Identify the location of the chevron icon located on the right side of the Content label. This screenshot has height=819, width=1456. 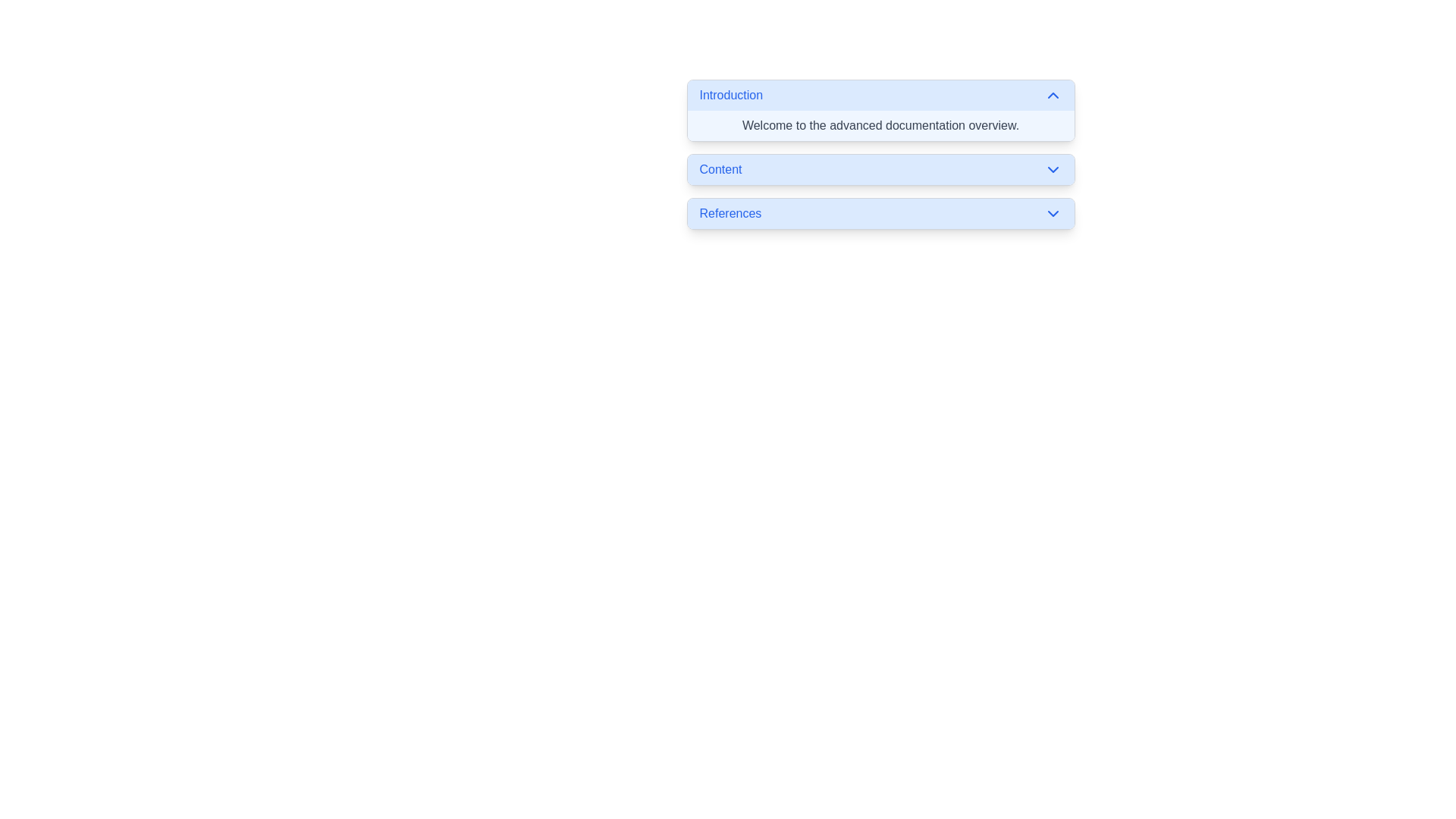
(1052, 169).